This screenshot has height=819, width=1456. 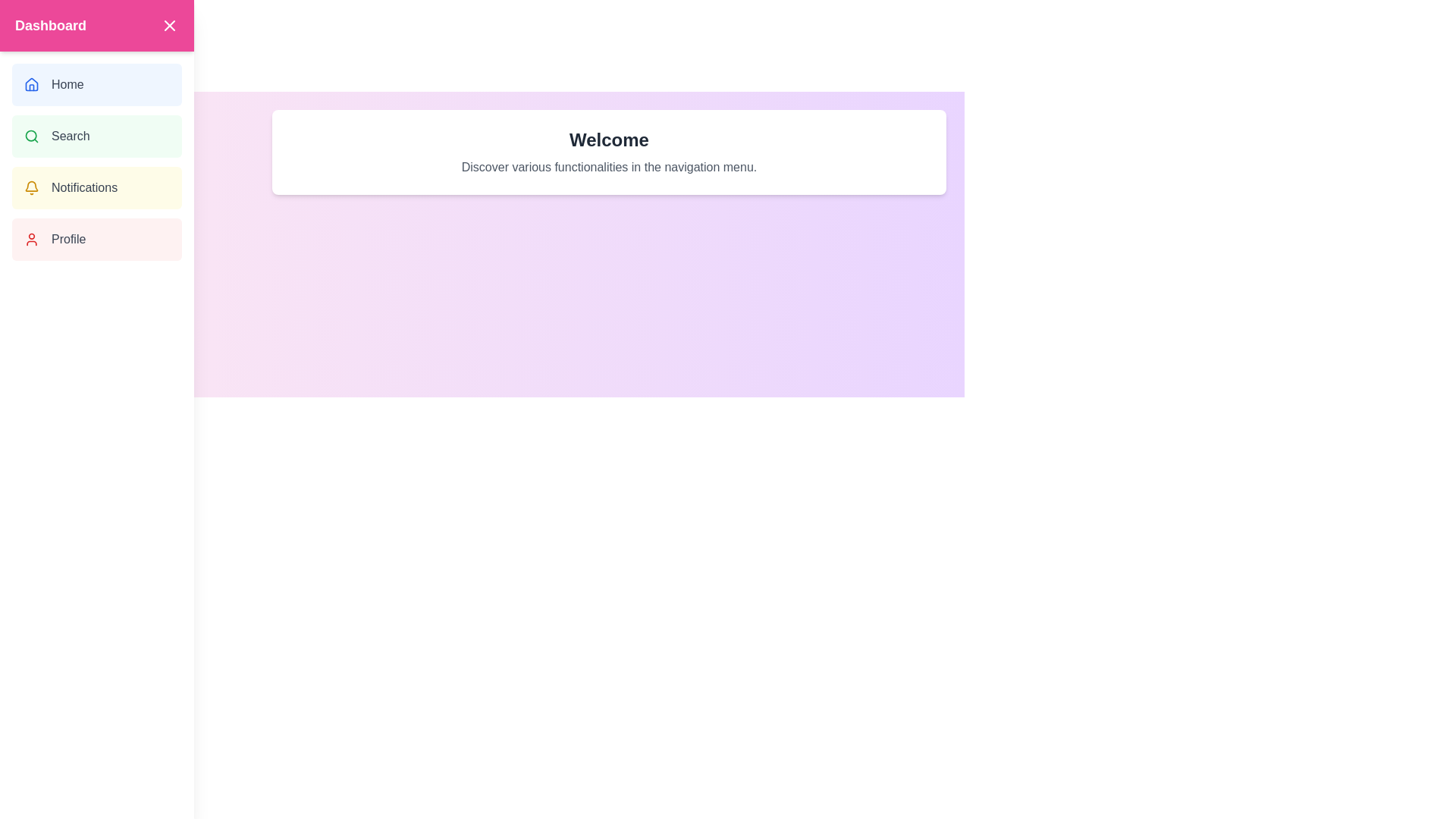 What do you see at coordinates (70, 136) in the screenshot?
I see `the 'Search' text label, which is styled in muted gray and positioned to the right of a magnifying glass icon in the vertical menu` at bounding box center [70, 136].